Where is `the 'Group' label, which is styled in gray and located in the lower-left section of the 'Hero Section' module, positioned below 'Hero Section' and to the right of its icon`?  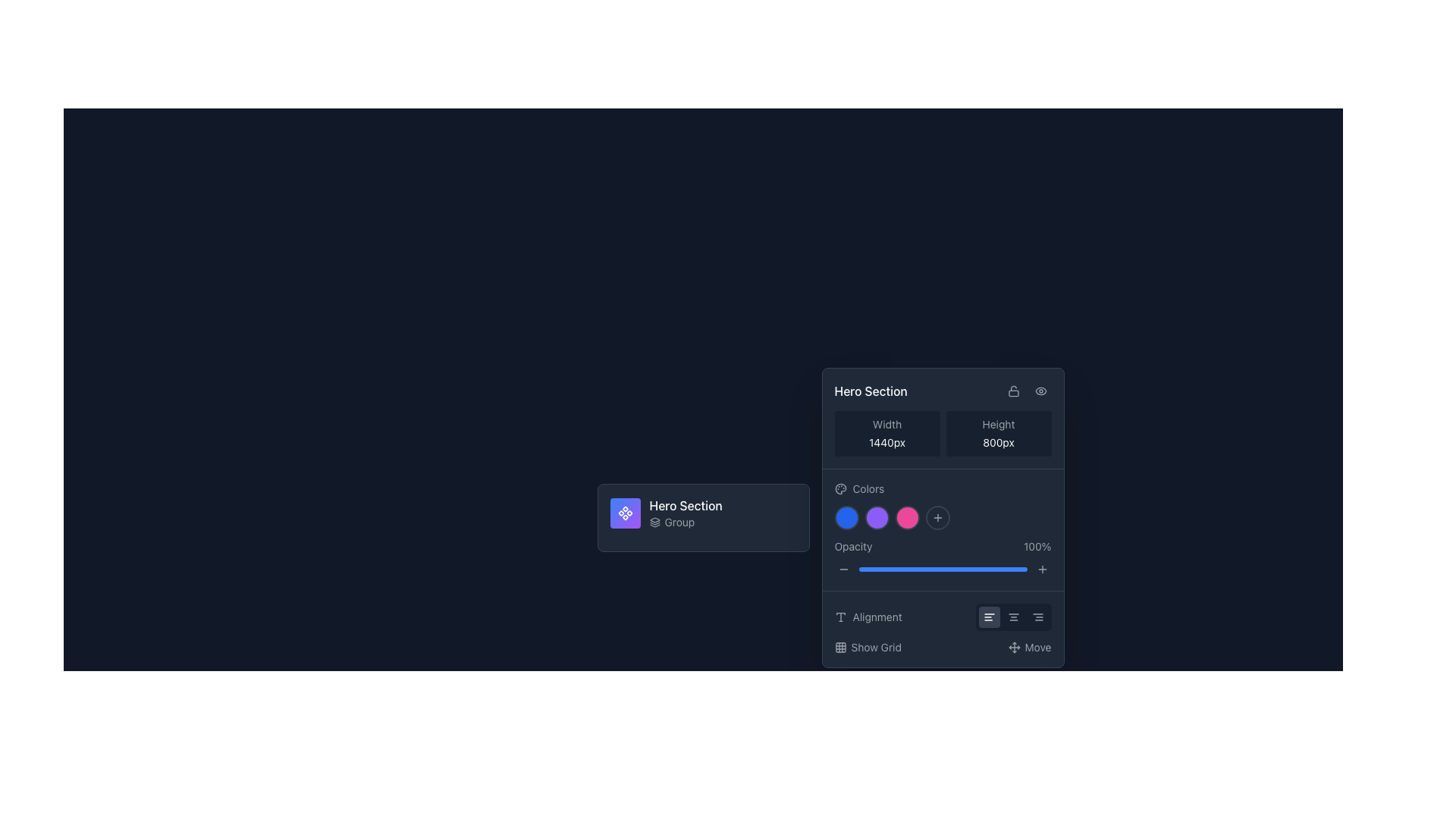
the 'Group' label, which is styled in gray and located in the lower-left section of the 'Hero Section' module, positioned below 'Hero Section' and to the right of its icon is located at coordinates (685, 522).